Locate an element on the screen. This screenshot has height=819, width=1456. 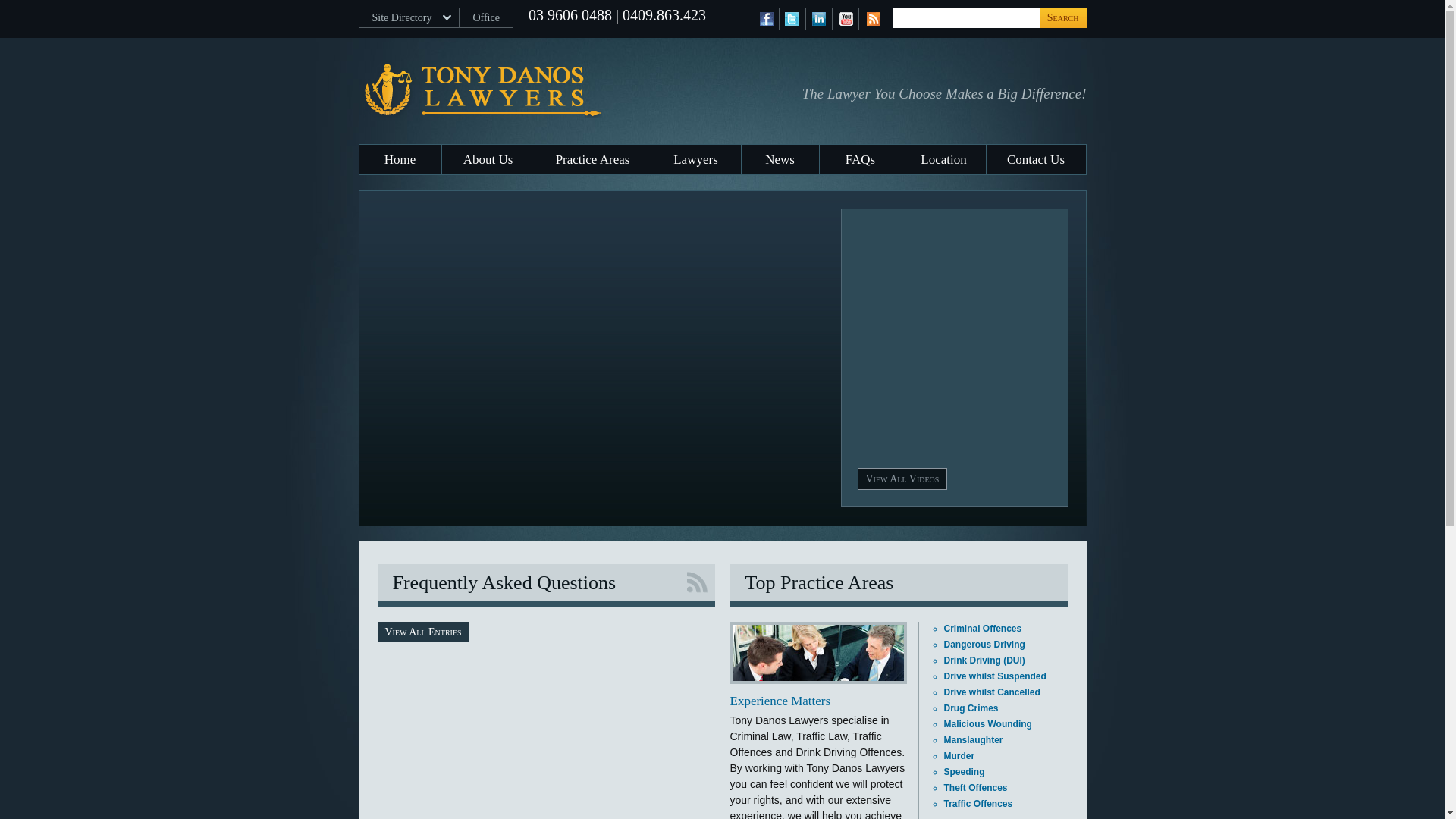
'Traffic Offences' is located at coordinates (977, 803).